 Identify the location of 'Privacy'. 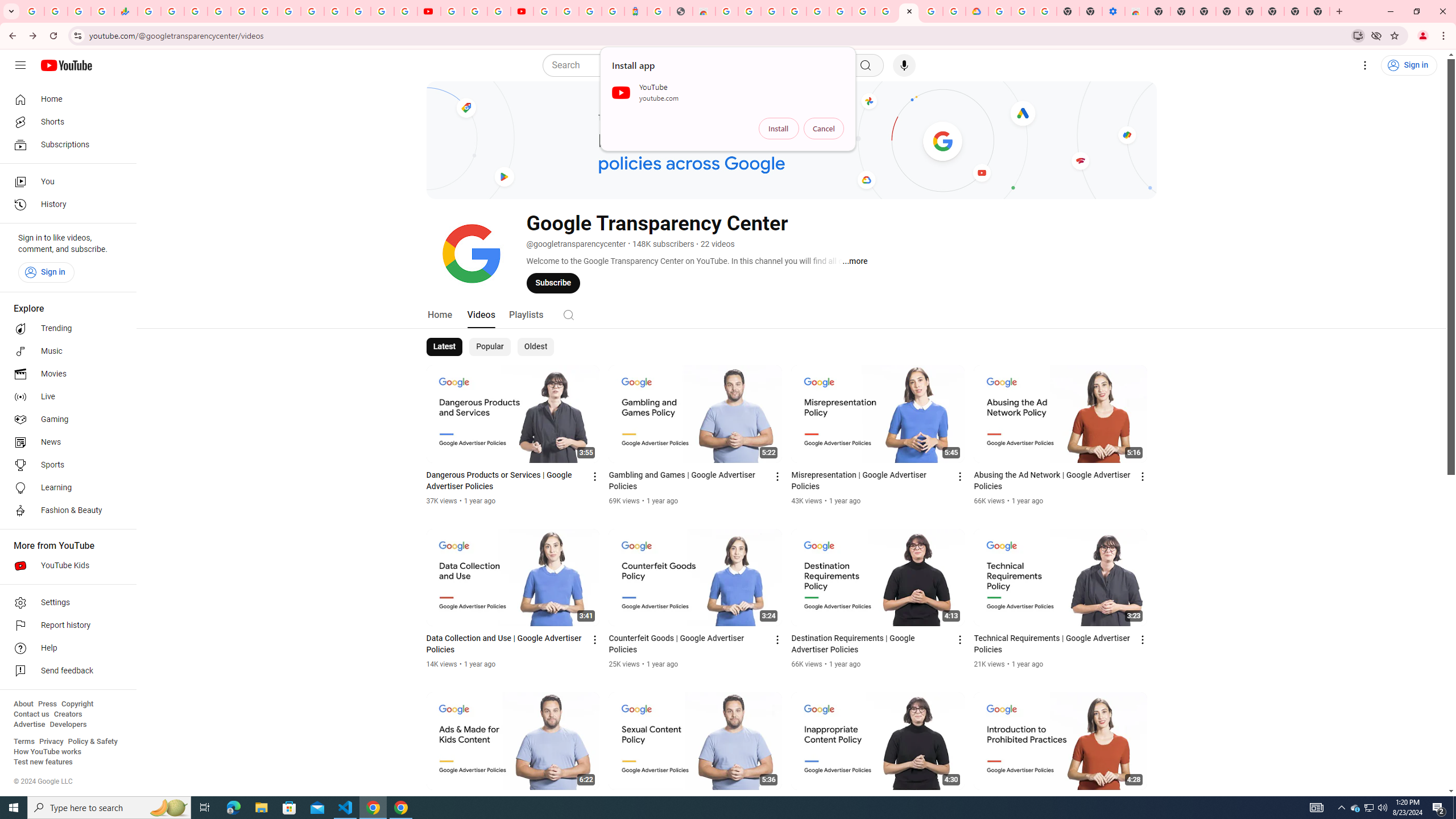
(51, 741).